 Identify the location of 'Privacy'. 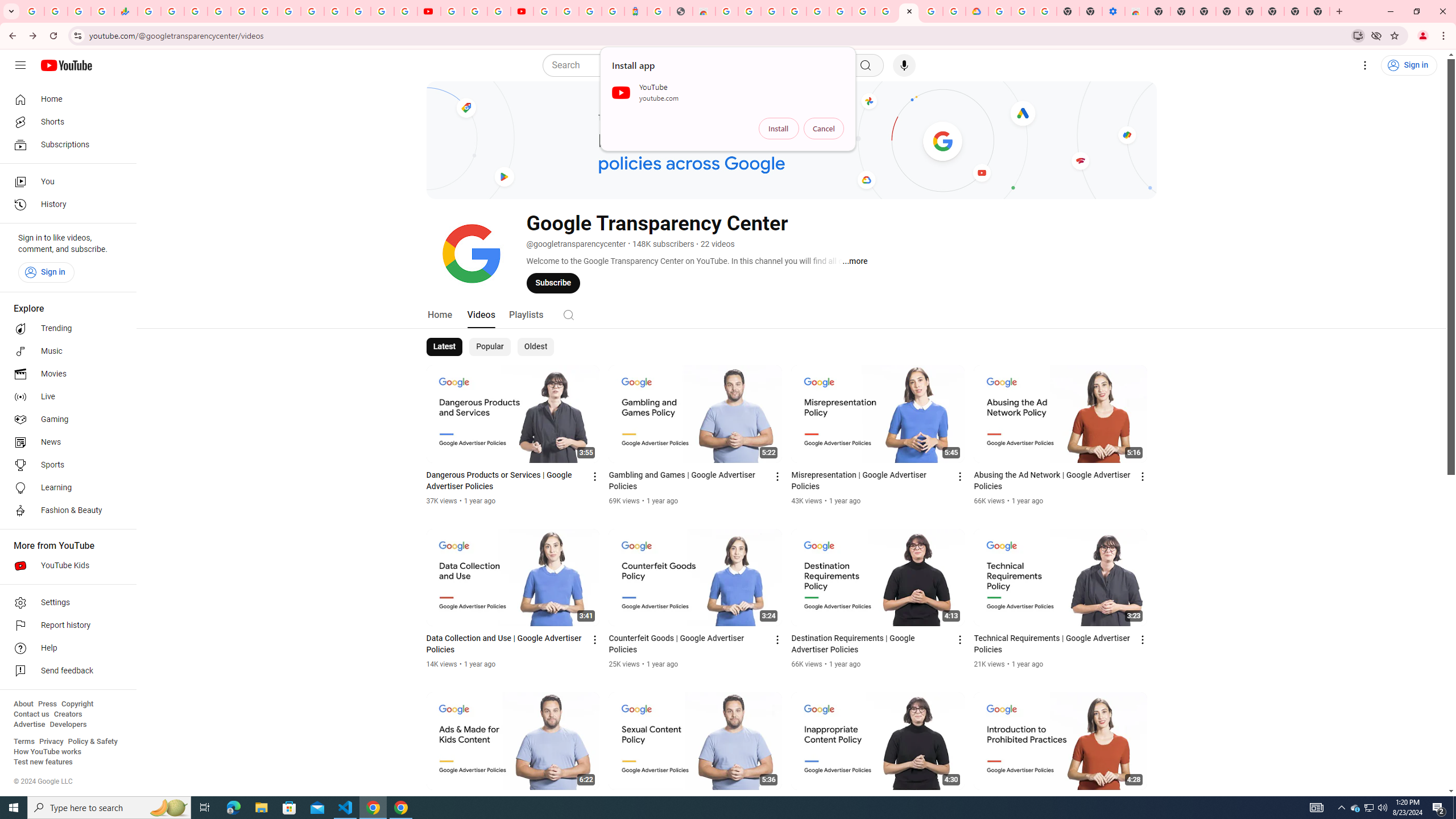
(51, 741).